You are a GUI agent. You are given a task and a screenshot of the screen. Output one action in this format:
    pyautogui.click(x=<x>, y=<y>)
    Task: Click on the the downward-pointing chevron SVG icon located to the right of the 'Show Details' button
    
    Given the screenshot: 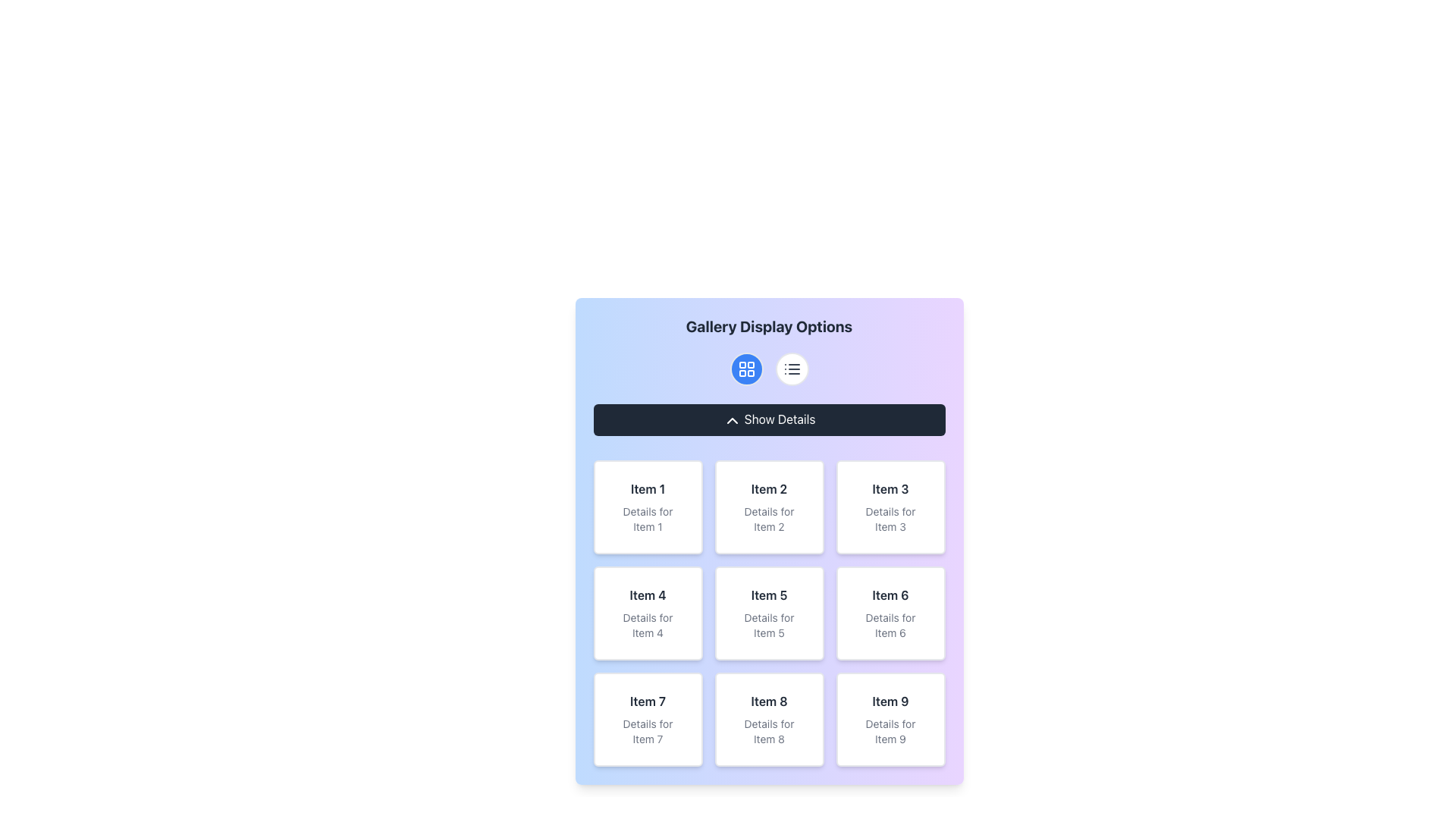 What is the action you would take?
    pyautogui.click(x=732, y=420)
    